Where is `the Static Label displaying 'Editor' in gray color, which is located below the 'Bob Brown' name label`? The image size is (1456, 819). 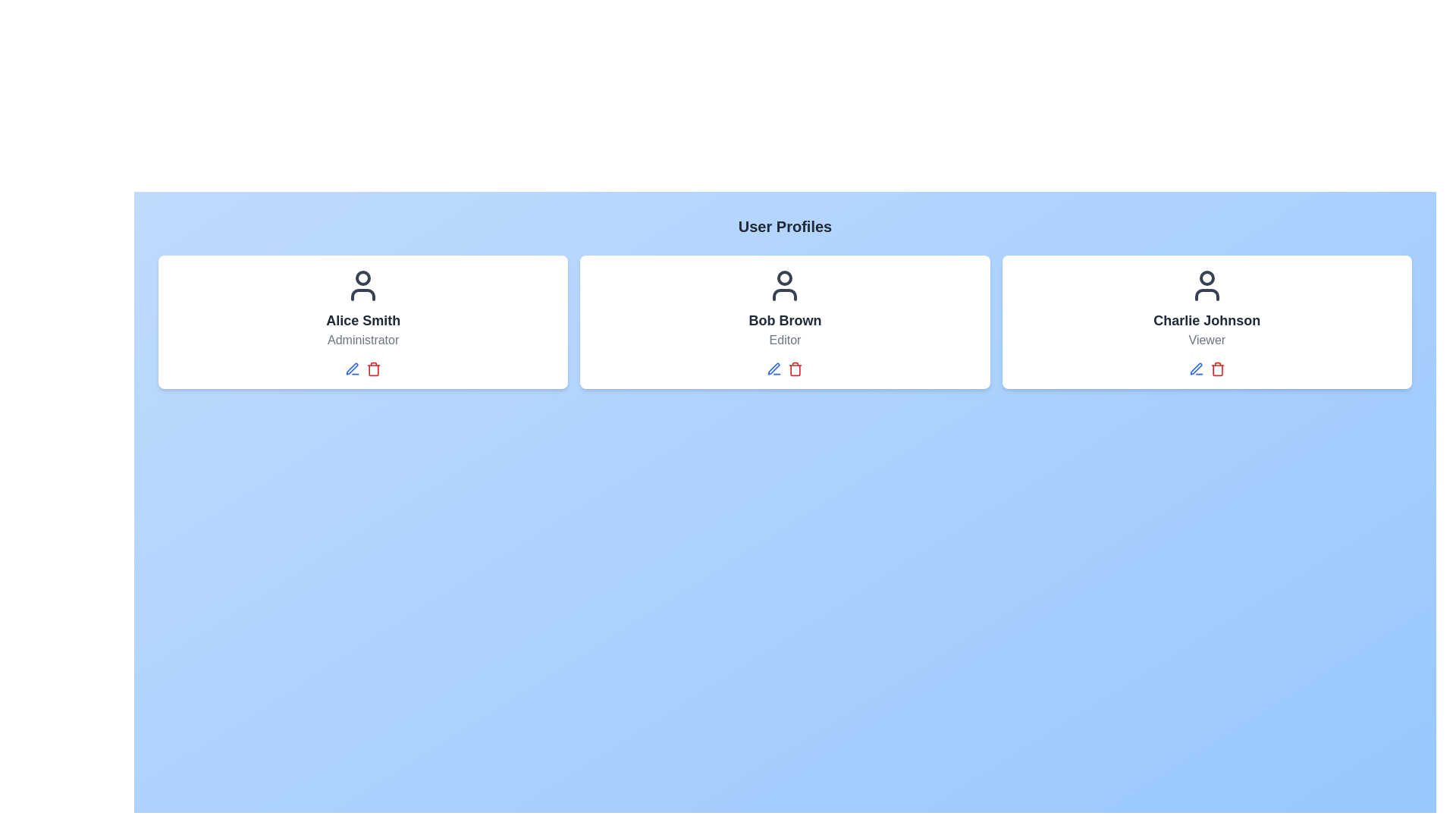
the Static Label displaying 'Editor' in gray color, which is located below the 'Bob Brown' name label is located at coordinates (785, 339).